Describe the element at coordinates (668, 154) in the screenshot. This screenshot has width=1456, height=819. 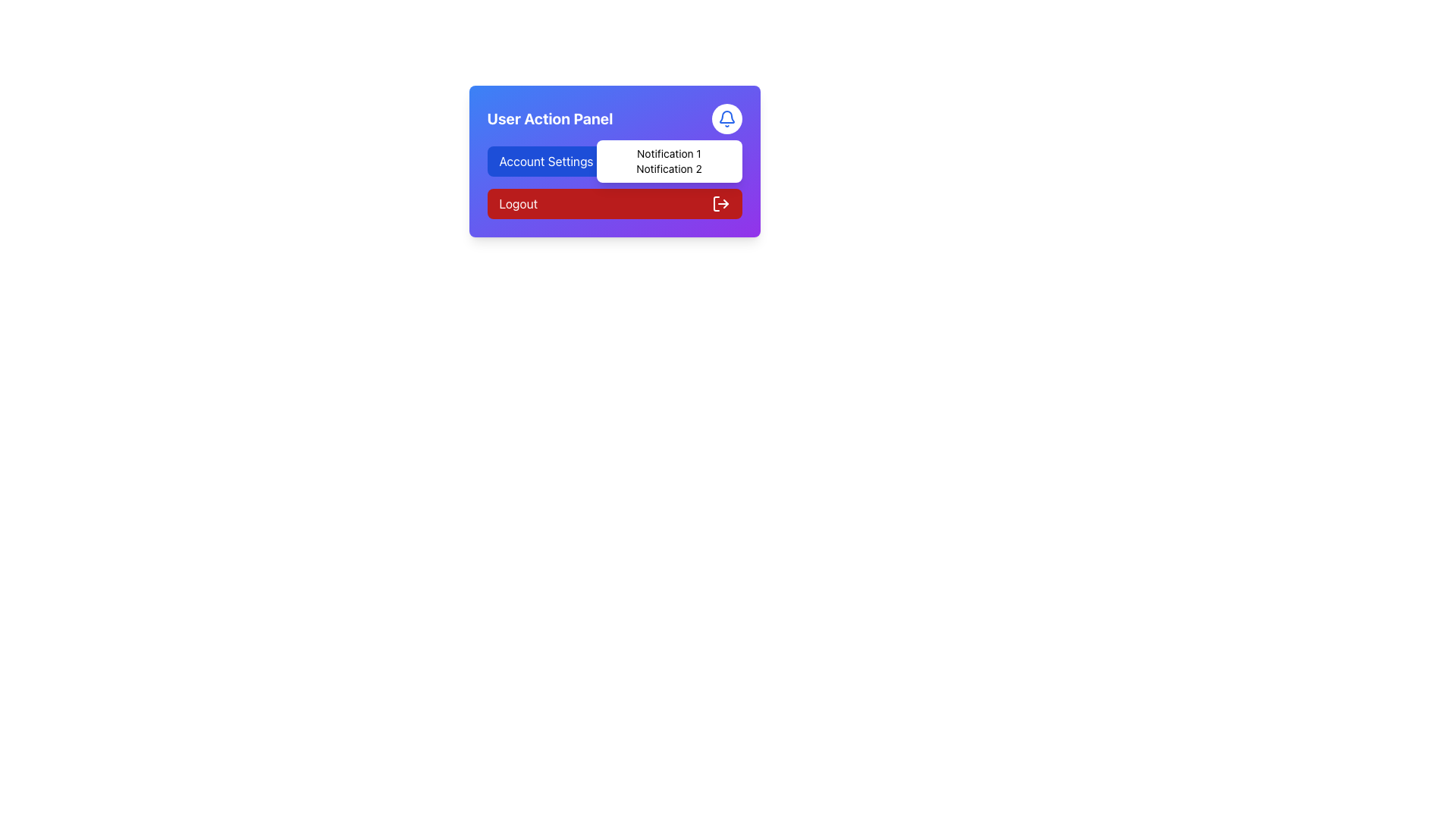
I see `the text label displaying 'Notification 1', which is the first item in the notification dropdown list` at that location.